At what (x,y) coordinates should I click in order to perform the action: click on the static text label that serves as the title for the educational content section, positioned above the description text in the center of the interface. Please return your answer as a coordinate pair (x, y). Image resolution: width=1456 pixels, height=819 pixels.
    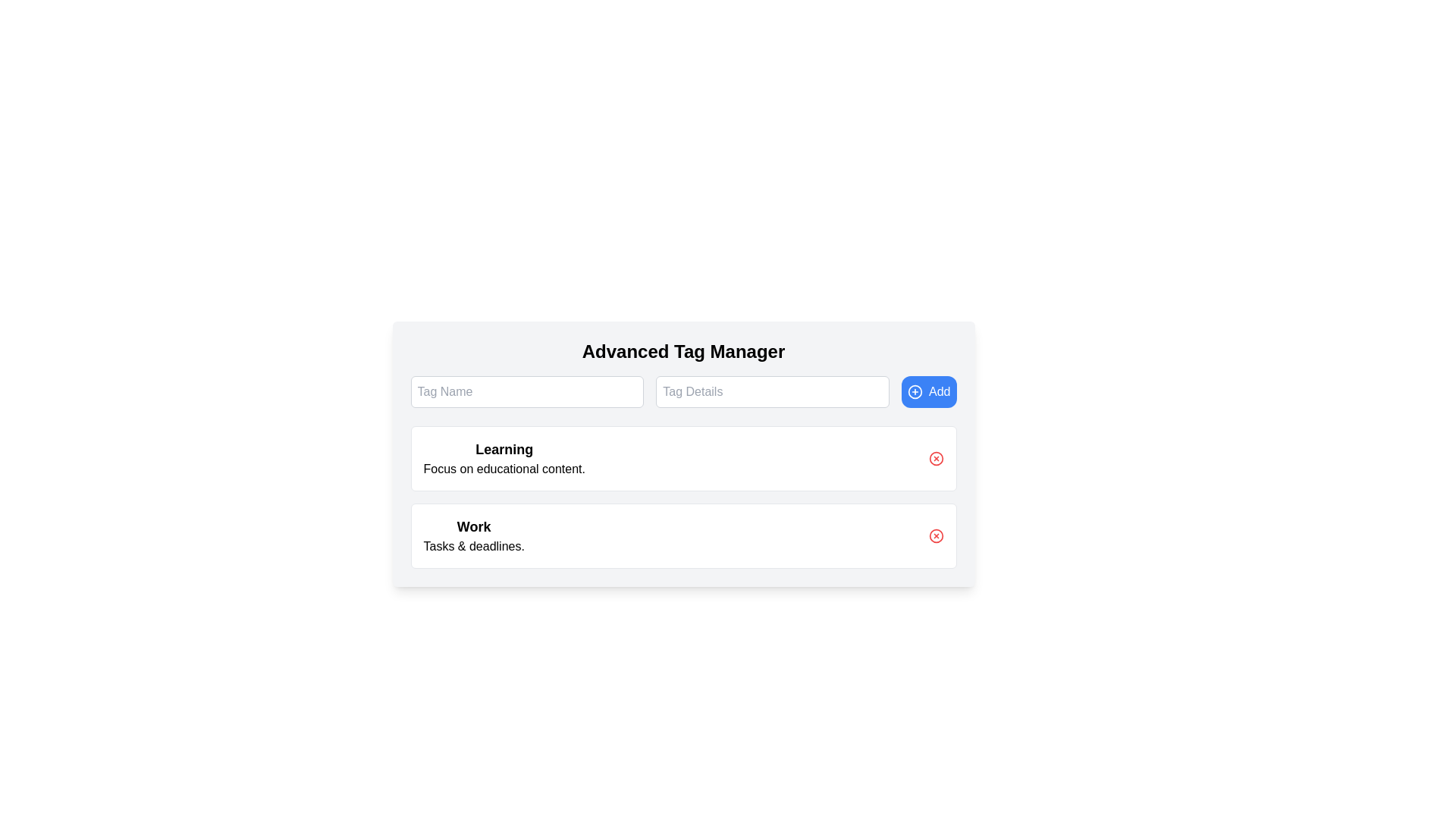
    Looking at the image, I should click on (504, 449).